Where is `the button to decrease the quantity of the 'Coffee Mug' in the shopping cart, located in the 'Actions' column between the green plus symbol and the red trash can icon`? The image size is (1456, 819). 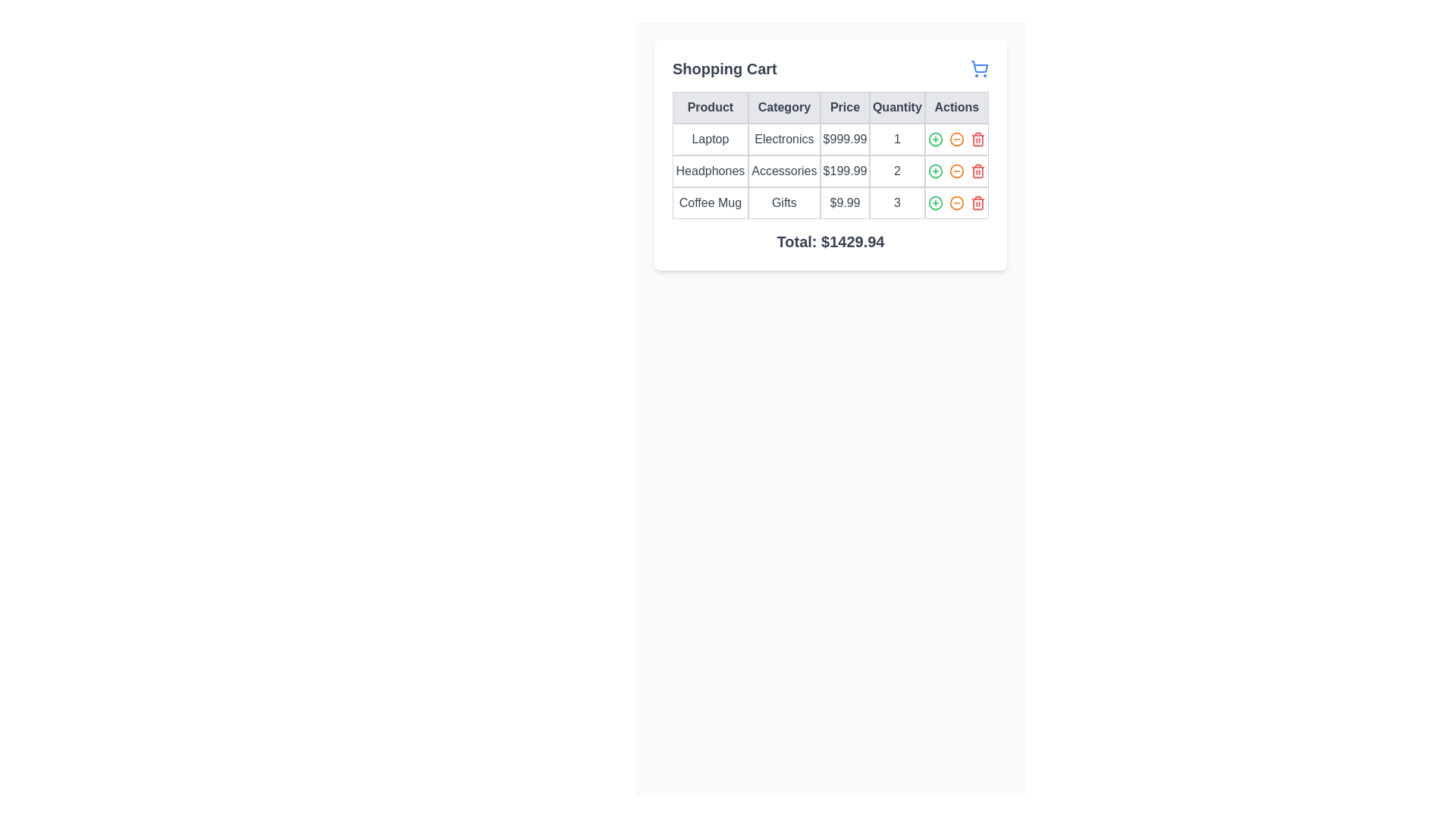
the button to decrease the quantity of the 'Coffee Mug' in the shopping cart, located in the 'Actions' column between the green plus symbol and the red trash can icon is located at coordinates (955, 202).